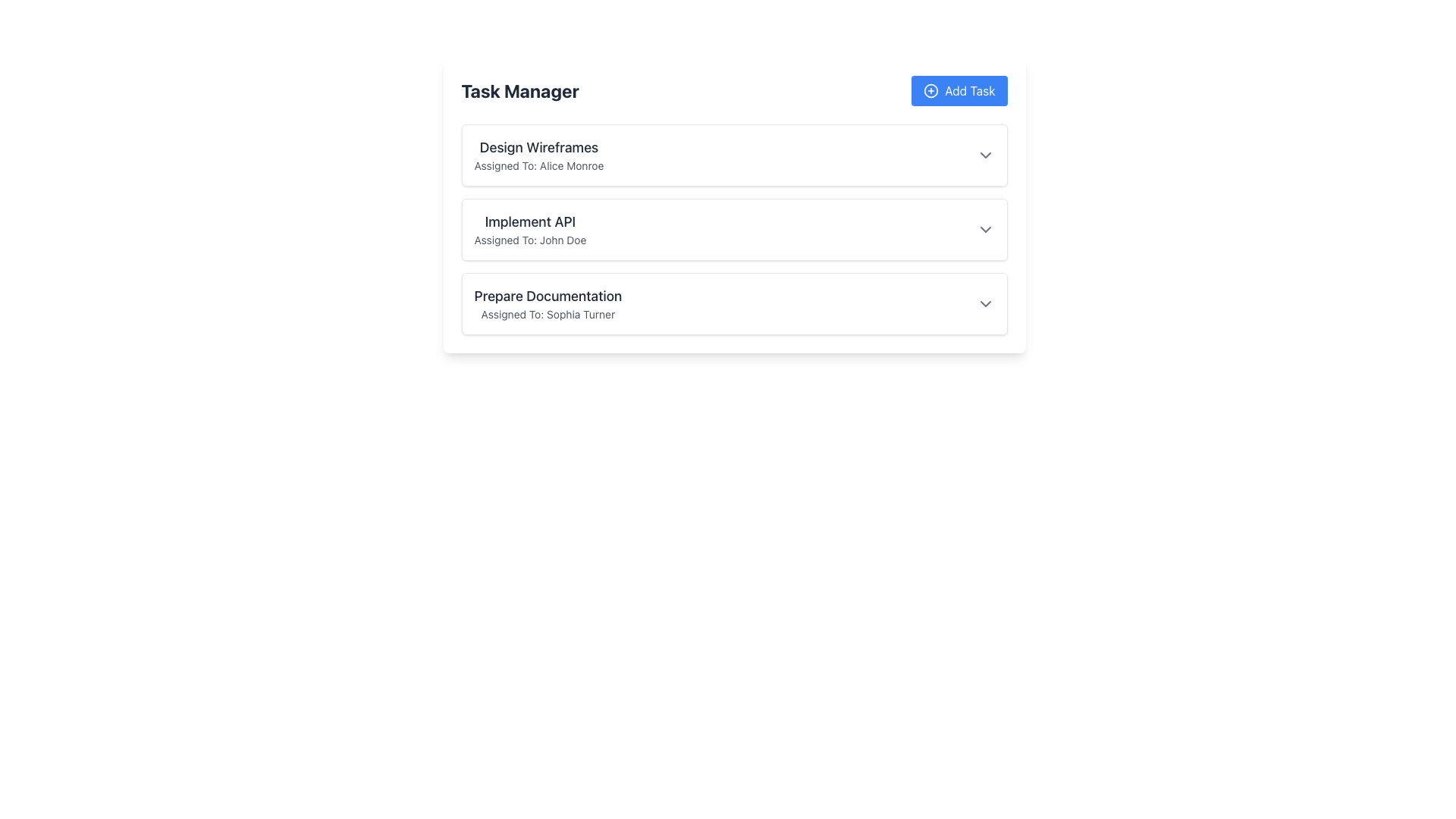 This screenshot has height=819, width=1456. Describe the element at coordinates (985, 230) in the screenshot. I see `the downward-facing chevron icon in the task card for 'Implement API'` at that location.